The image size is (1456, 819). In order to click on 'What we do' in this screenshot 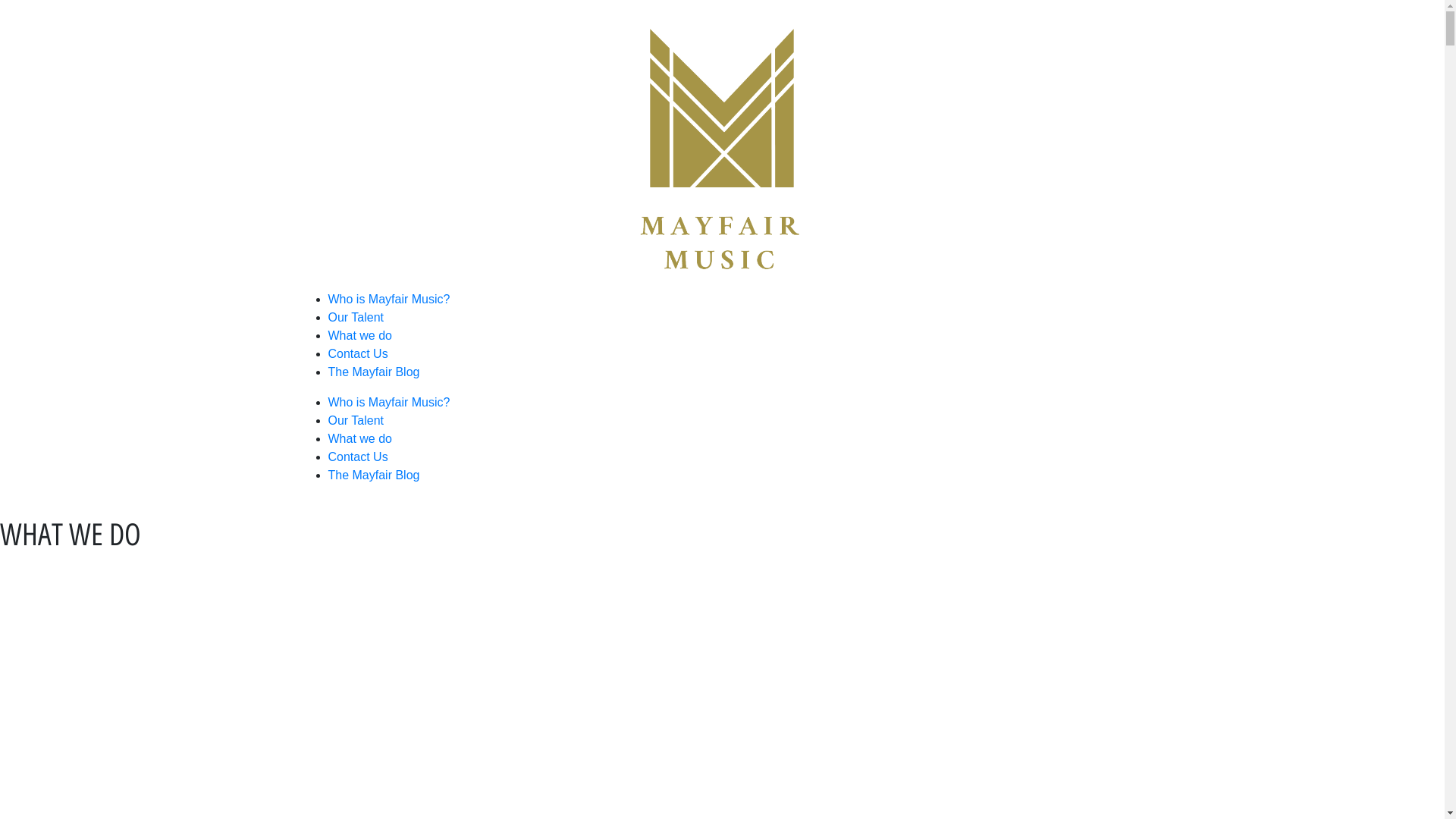, I will do `click(359, 438)`.